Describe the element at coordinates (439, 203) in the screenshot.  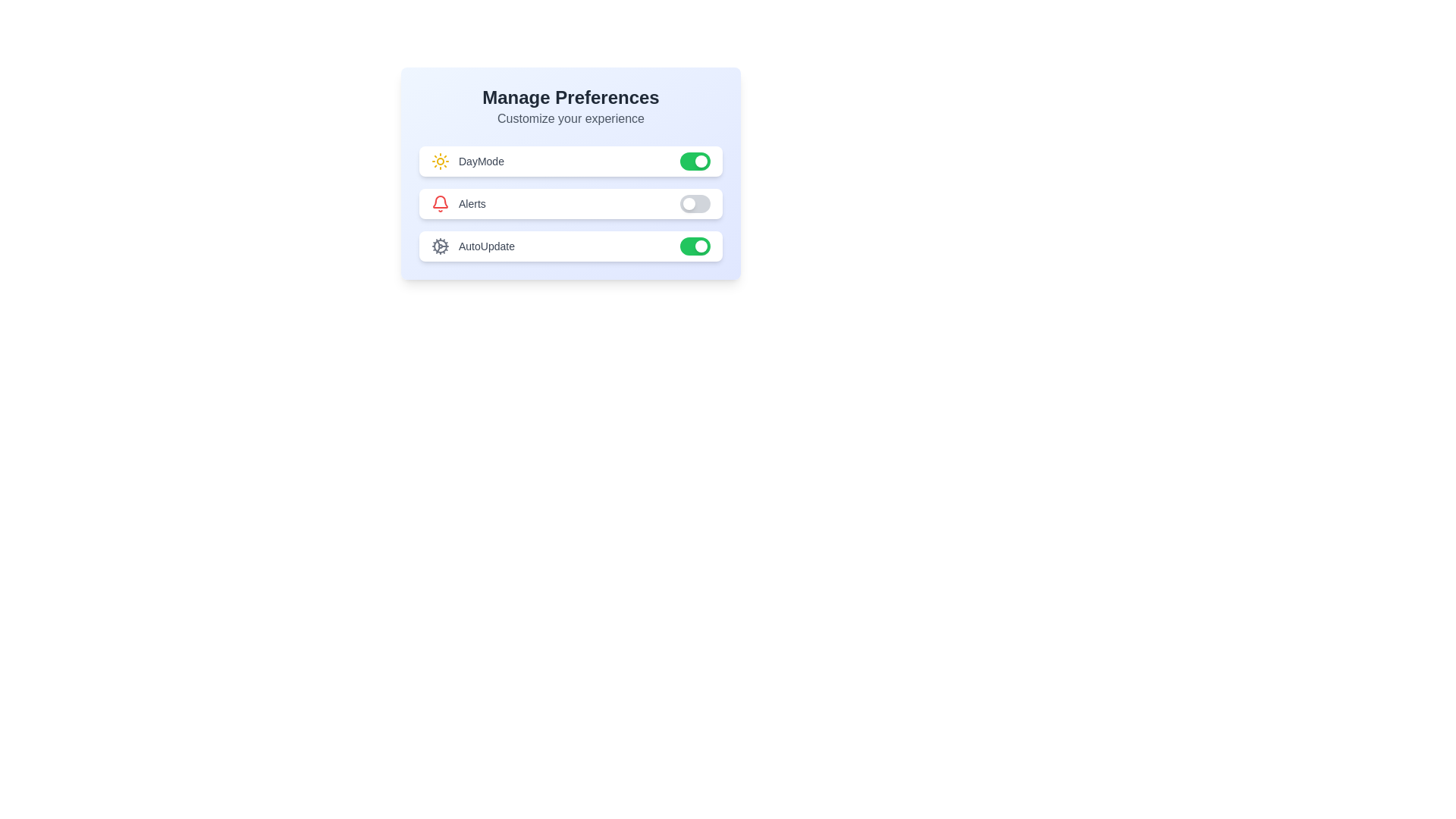
I see `the red outlined bell icon located in the 'Alerts' row of the preference settings panel, positioned to the immediate left of the 'Alerts' label text` at that location.